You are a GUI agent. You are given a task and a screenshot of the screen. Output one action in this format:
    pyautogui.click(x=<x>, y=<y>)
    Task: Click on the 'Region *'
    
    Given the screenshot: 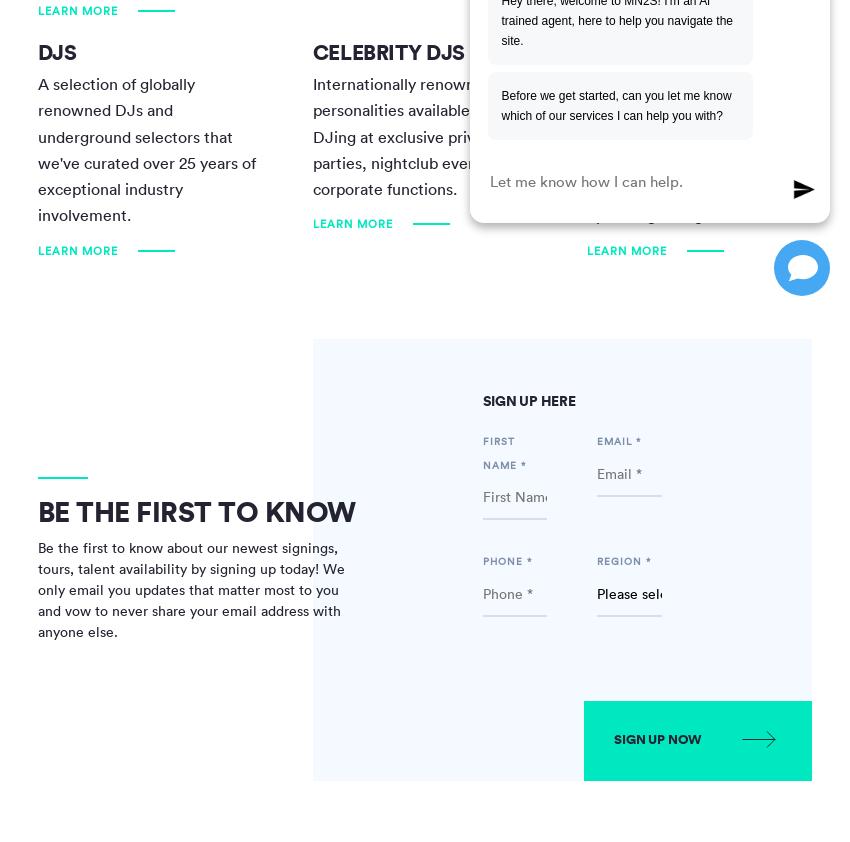 What is the action you would take?
    pyautogui.click(x=622, y=560)
    